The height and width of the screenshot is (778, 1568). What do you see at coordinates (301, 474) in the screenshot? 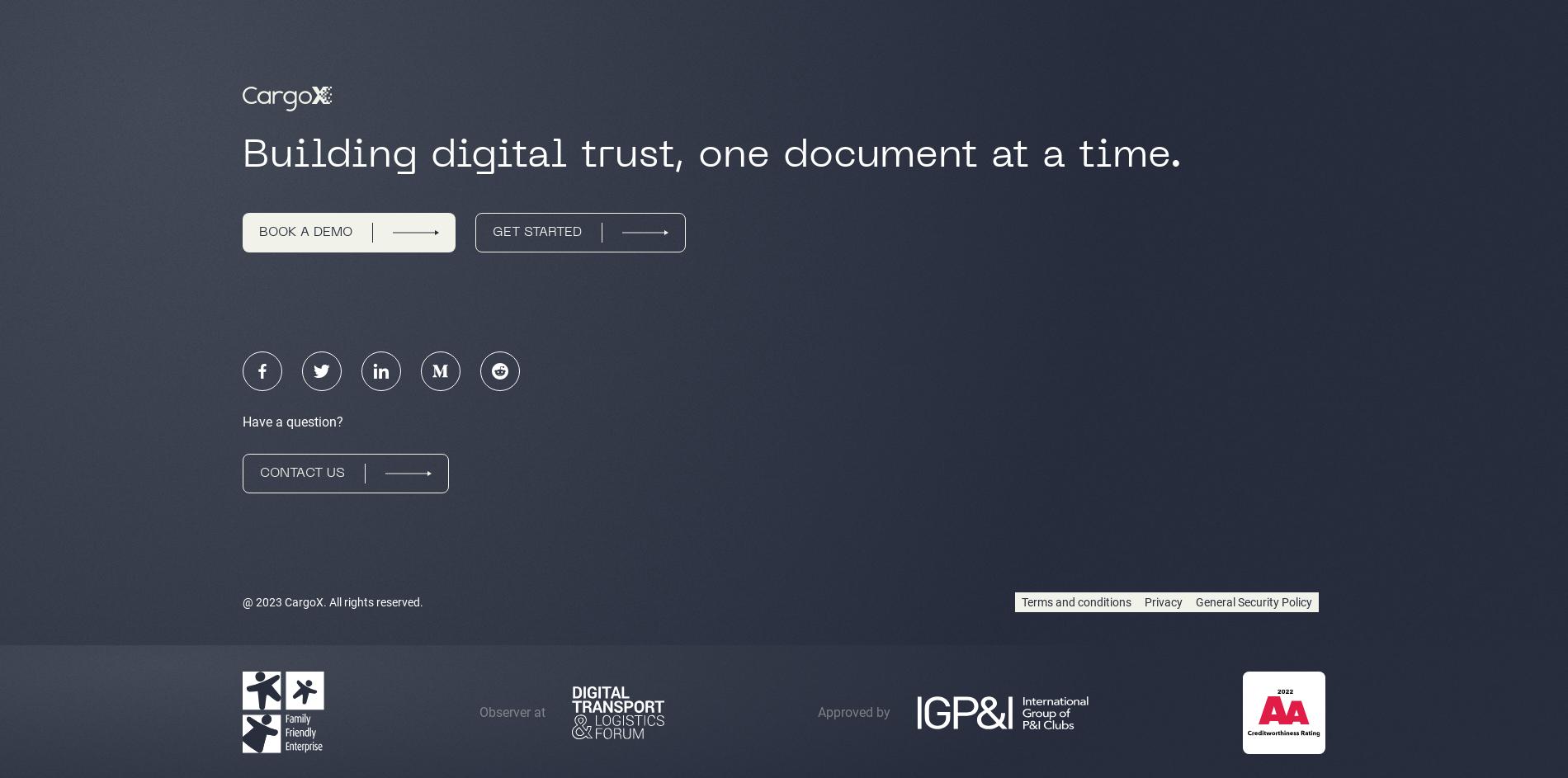
I see `'Contact us'` at bounding box center [301, 474].